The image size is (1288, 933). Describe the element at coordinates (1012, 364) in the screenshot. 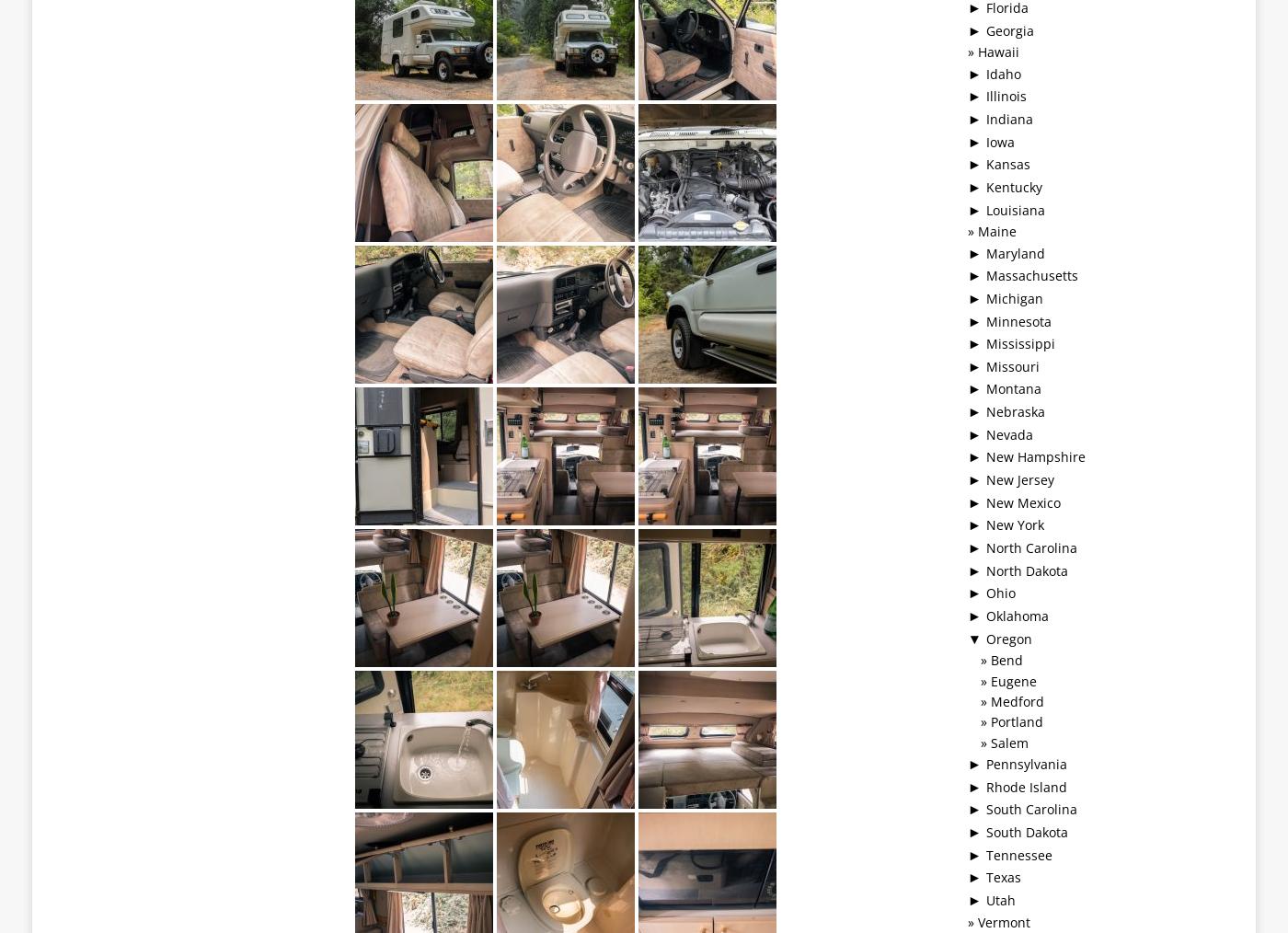

I see `'Missouri'` at that location.